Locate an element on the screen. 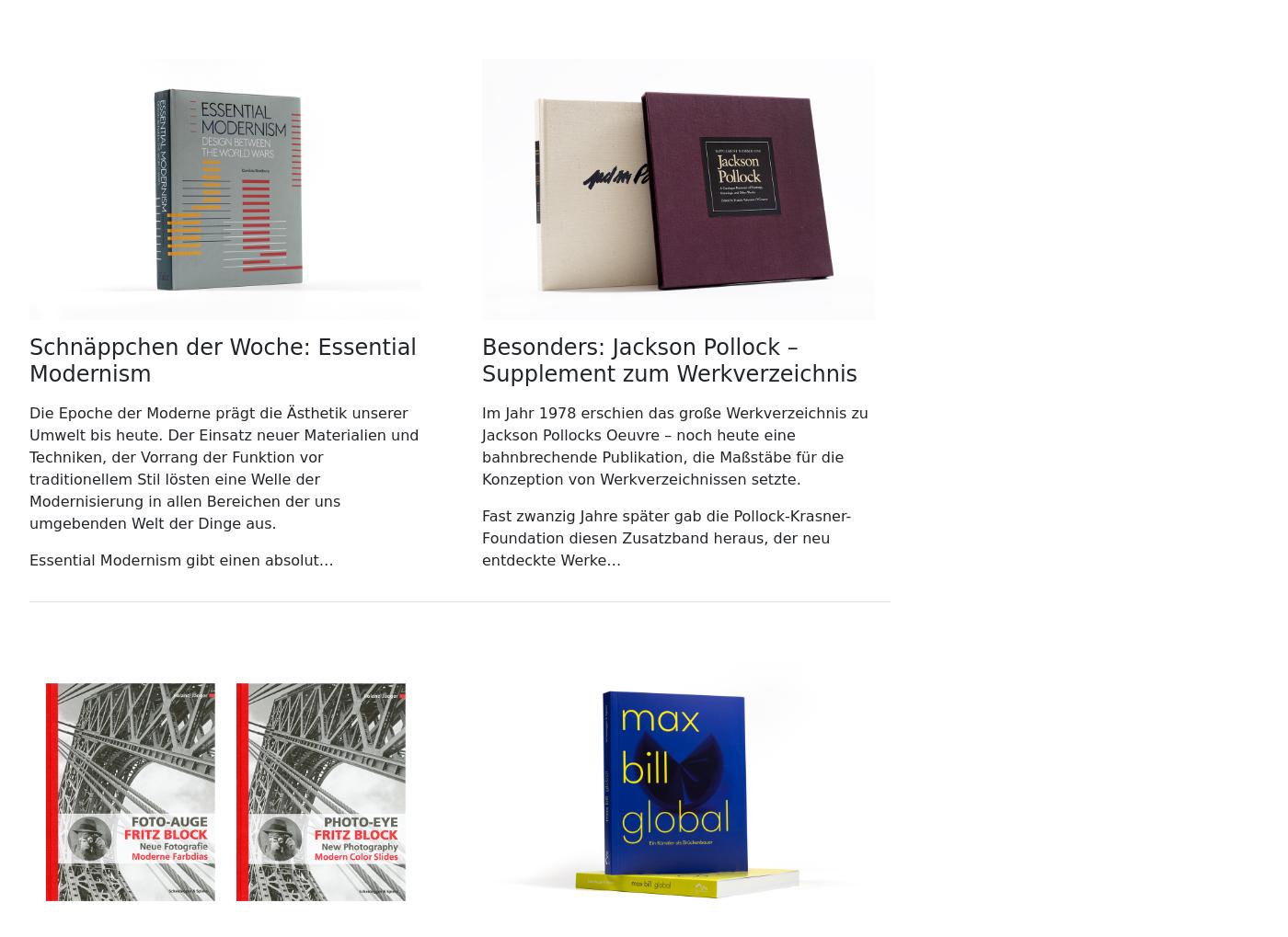  'The Ultimate Cartoon Book of Book Cartoons' is located at coordinates (349, 75).